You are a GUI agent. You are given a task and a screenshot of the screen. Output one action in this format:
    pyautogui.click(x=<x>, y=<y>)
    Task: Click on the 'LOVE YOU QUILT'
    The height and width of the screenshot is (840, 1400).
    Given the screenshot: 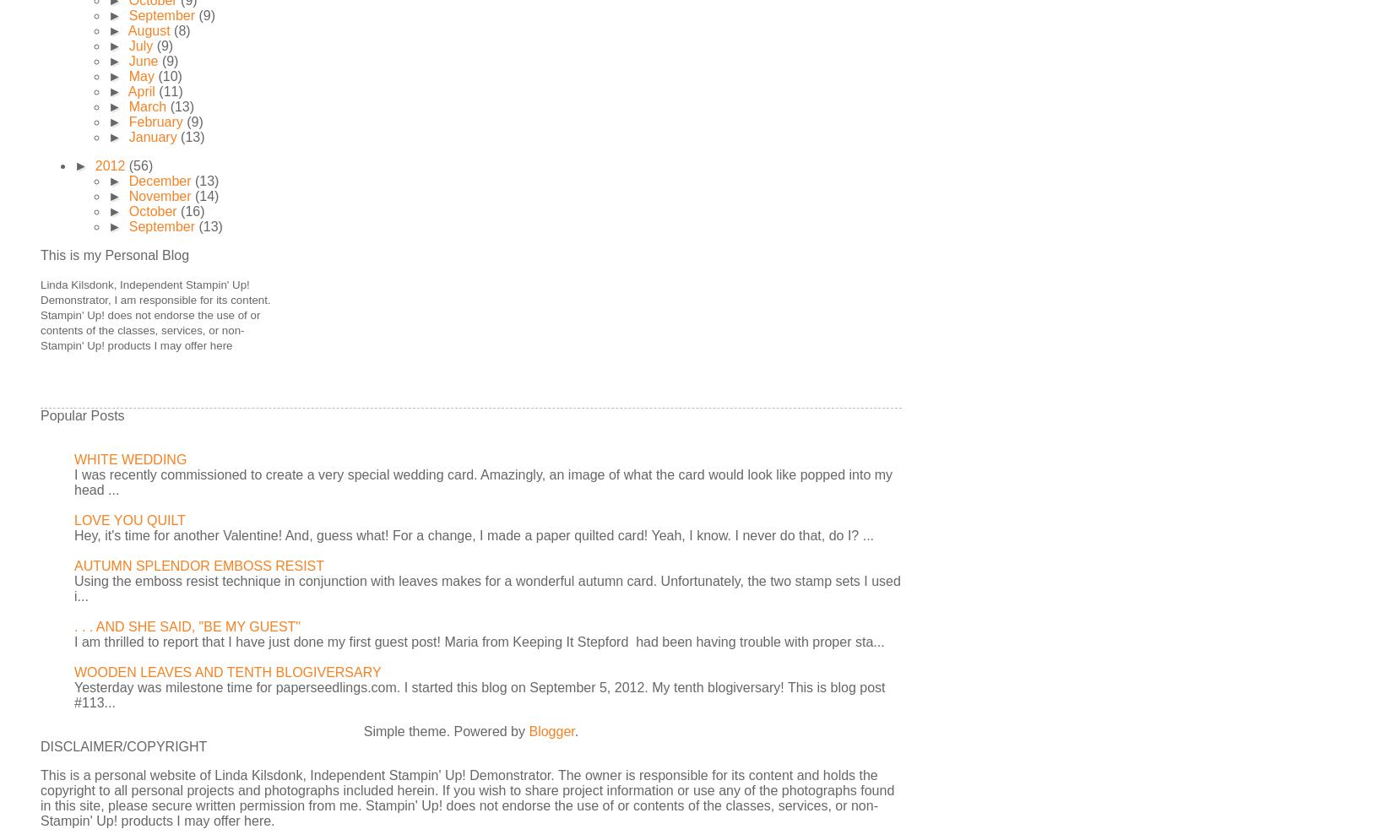 What is the action you would take?
    pyautogui.click(x=129, y=520)
    